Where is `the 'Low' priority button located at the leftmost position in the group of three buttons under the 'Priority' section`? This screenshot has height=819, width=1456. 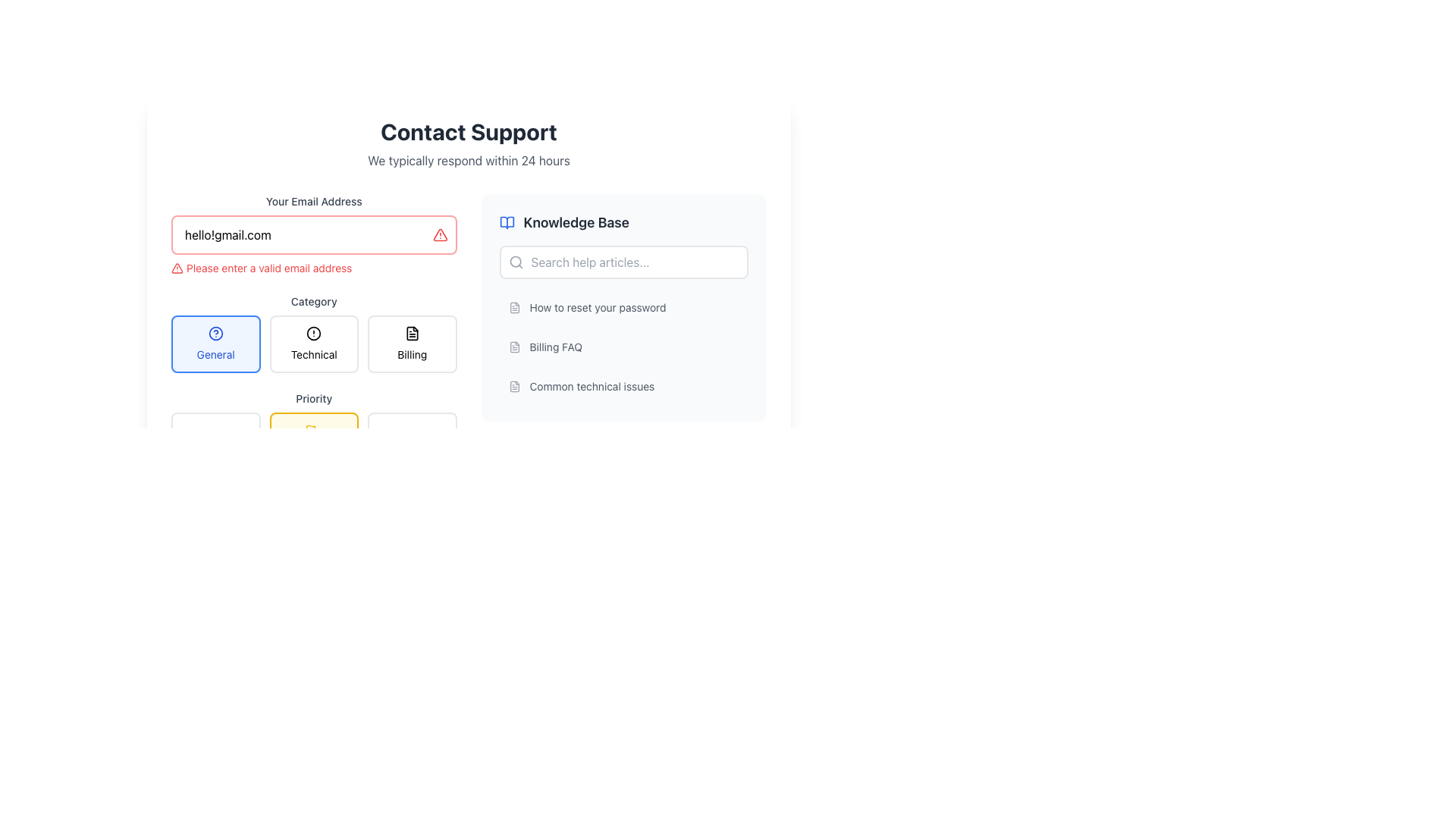 the 'Low' priority button located at the leftmost position in the group of three buttons under the 'Priority' section is located at coordinates (215, 438).